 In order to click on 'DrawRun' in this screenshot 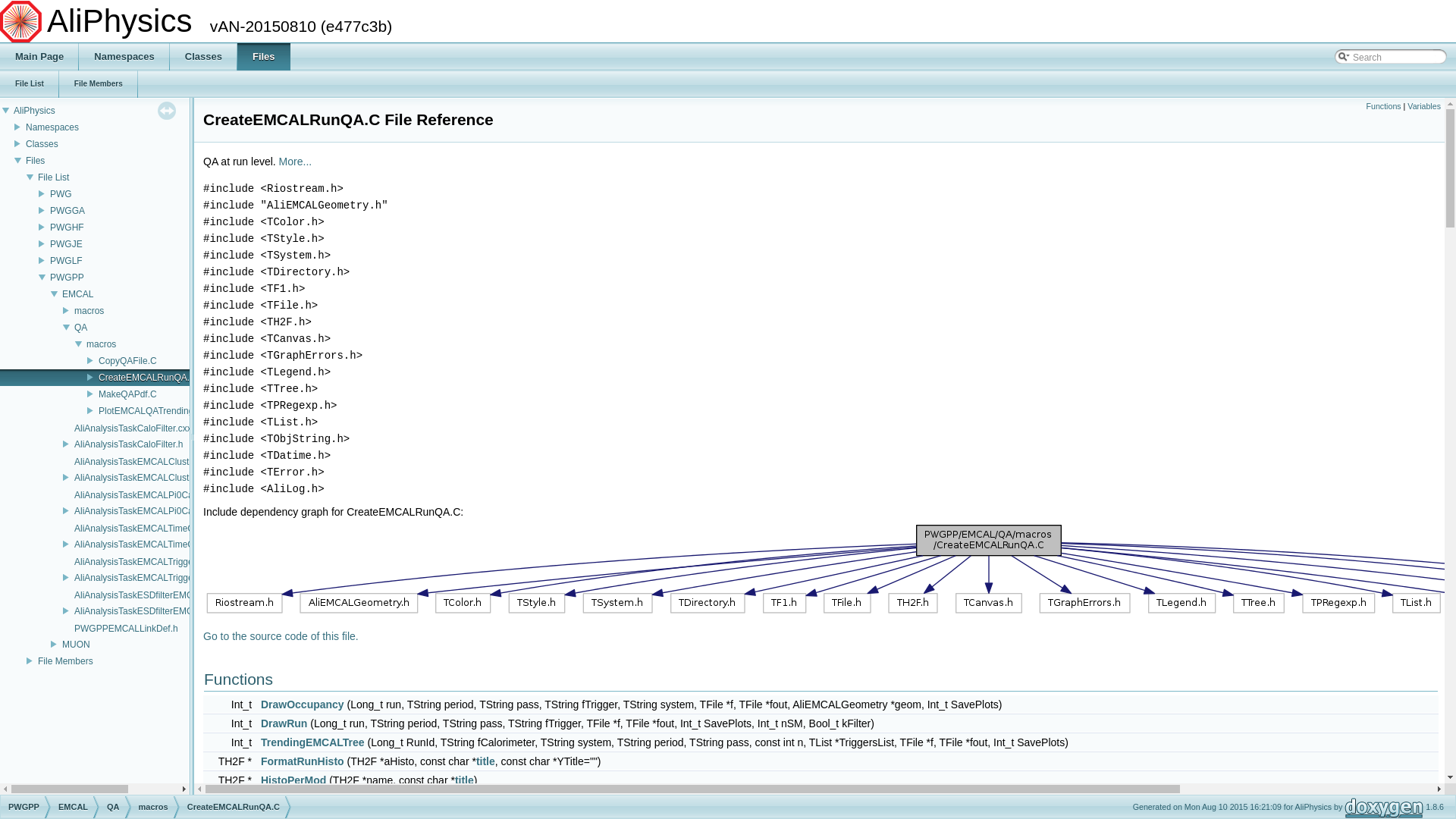, I will do `click(261, 722)`.